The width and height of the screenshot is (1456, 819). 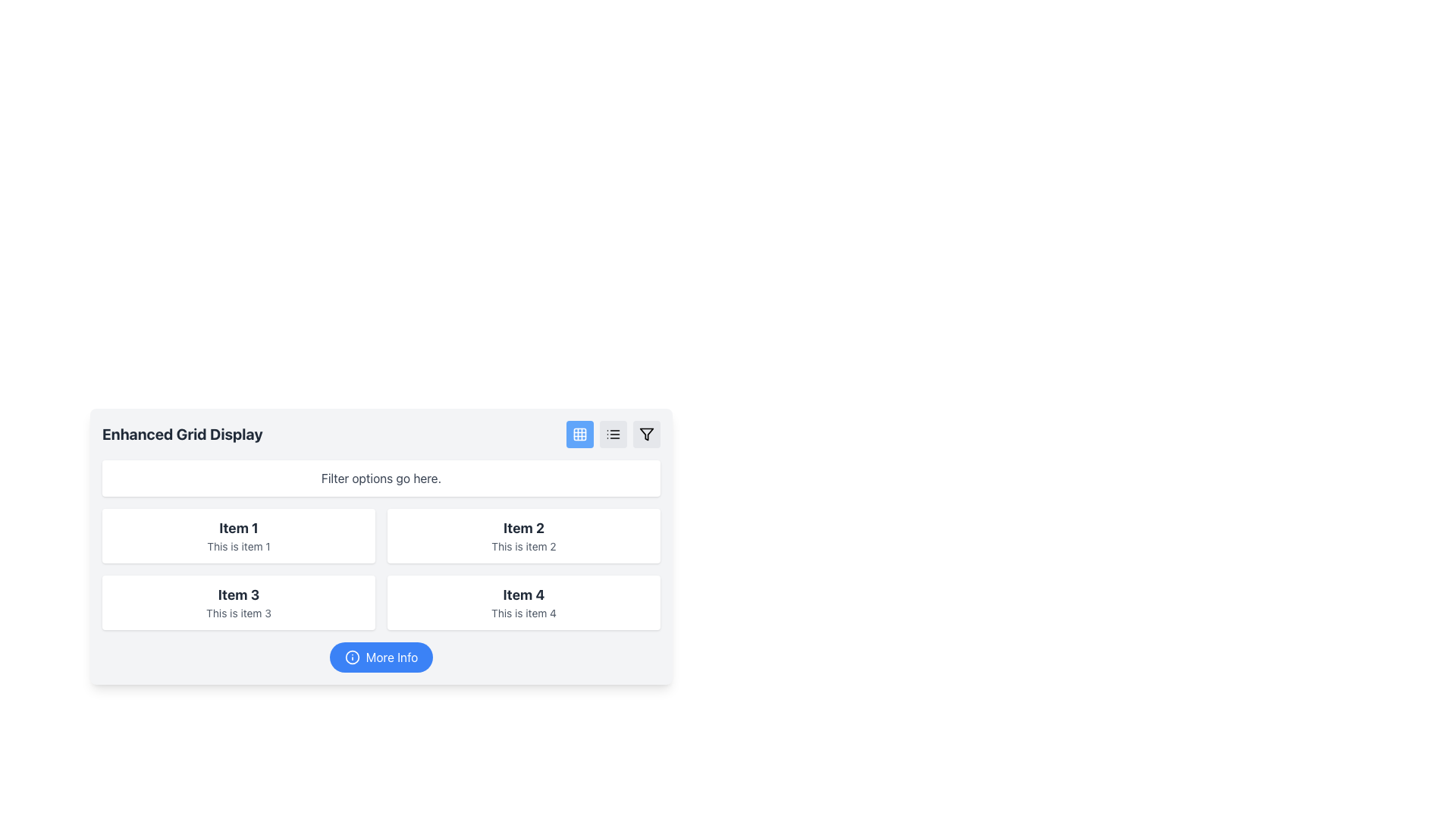 What do you see at coordinates (351, 657) in the screenshot?
I see `the circle element within the 'More Info' button in the SVG graphic at the bottom of the interface` at bounding box center [351, 657].